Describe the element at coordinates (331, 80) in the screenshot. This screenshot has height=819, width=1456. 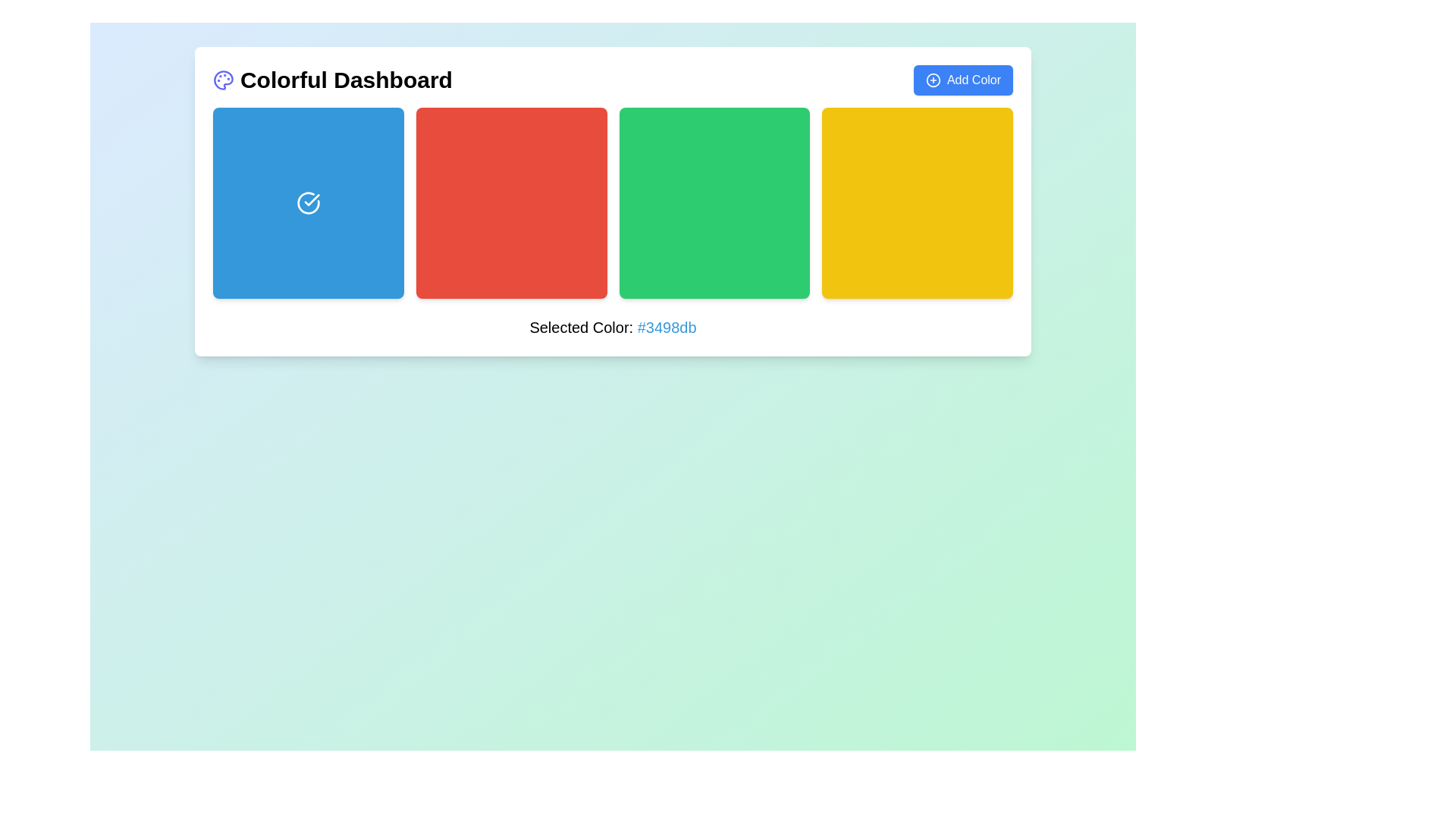
I see `dashboard header located in the top left corner of the main content area to understand the page context` at that location.